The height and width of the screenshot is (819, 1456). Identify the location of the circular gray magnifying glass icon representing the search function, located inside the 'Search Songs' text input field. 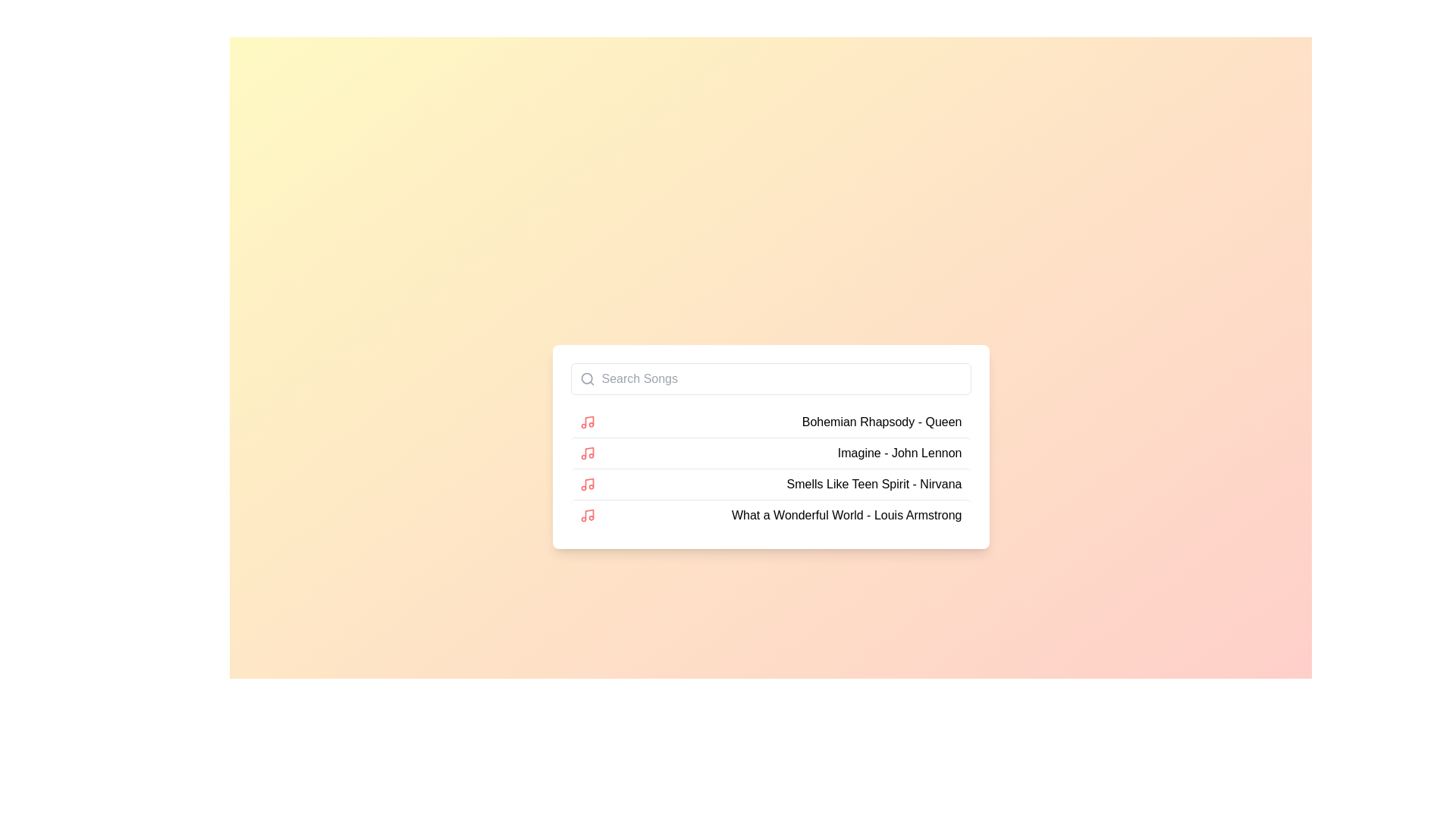
(586, 378).